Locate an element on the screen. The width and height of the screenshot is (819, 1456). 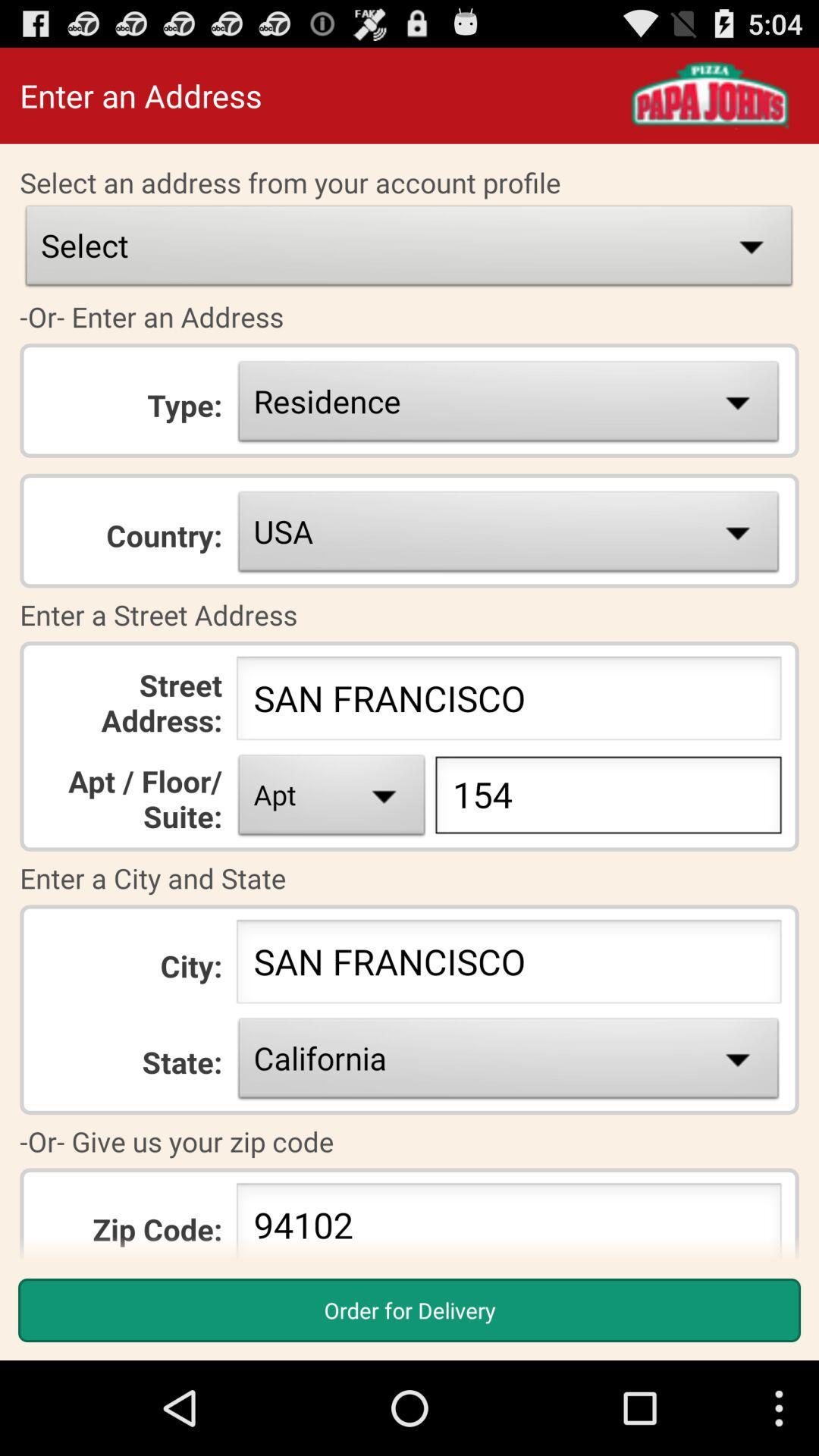
the apartment is located at coordinates (331, 799).